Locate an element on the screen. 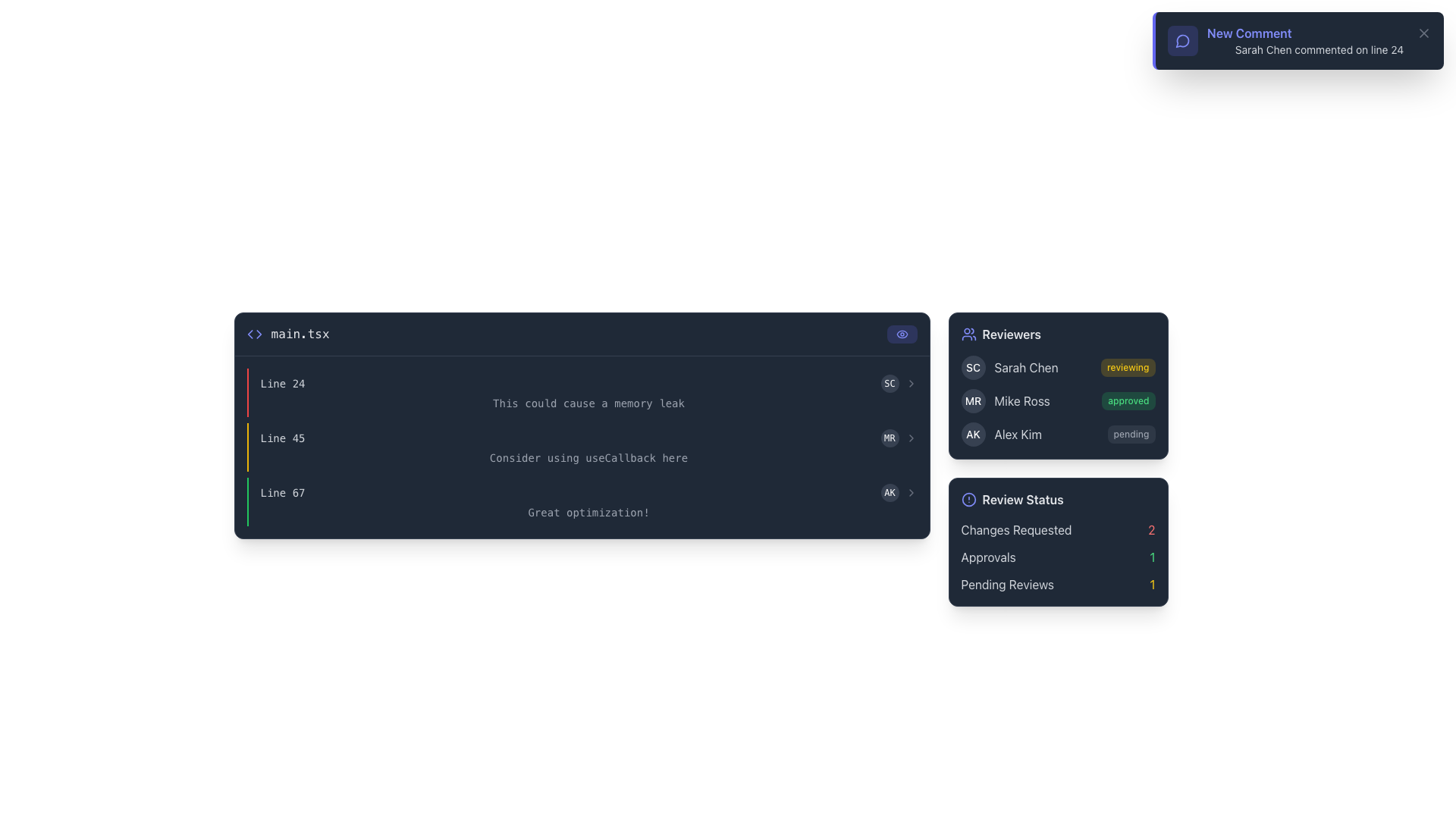  the text label reading 'Line 45' is located at coordinates (283, 438).